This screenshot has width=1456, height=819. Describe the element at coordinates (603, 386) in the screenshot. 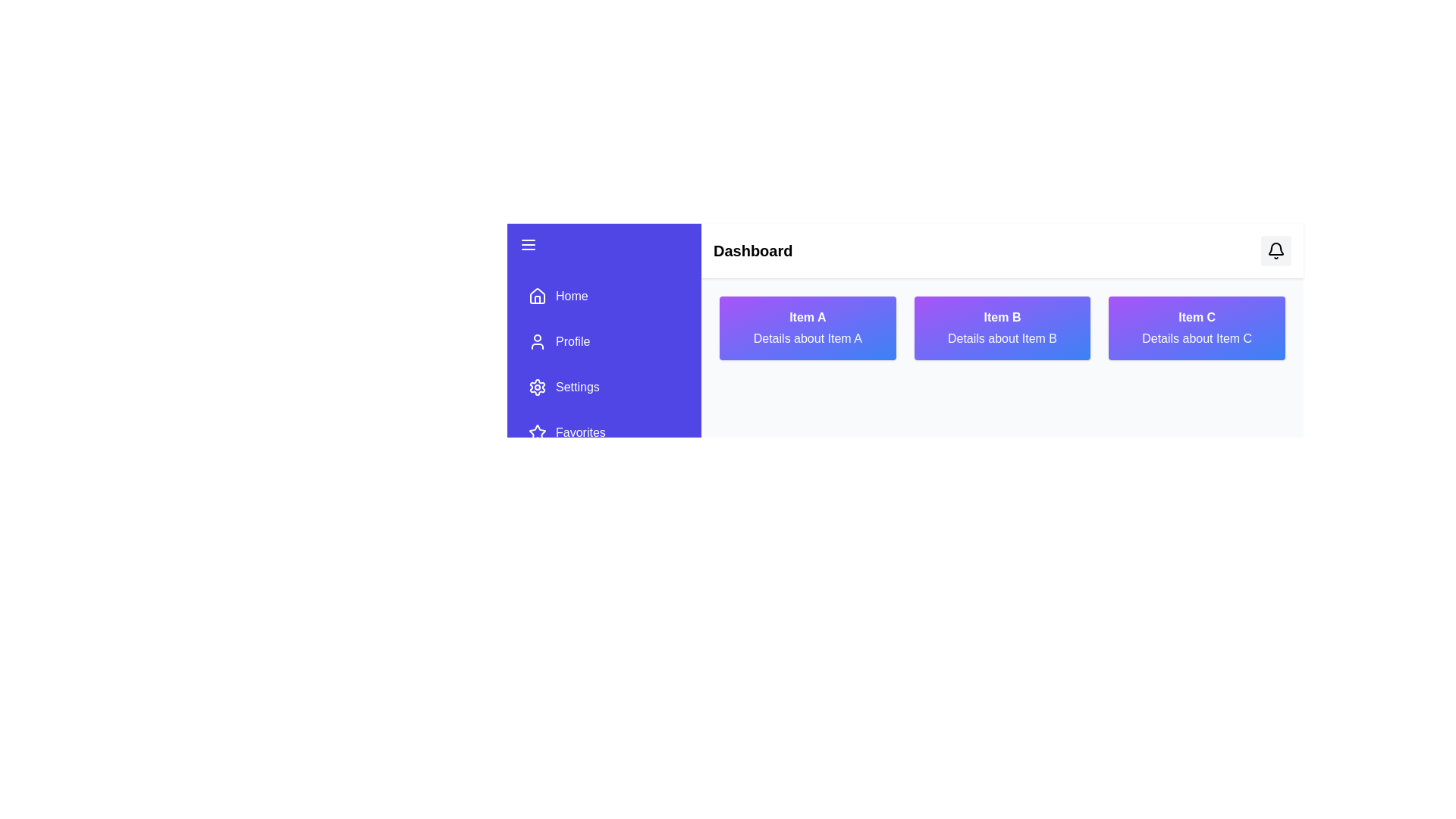

I see `the 'Settings' sidebar menu item, which is the third item in the vertical menu` at that location.